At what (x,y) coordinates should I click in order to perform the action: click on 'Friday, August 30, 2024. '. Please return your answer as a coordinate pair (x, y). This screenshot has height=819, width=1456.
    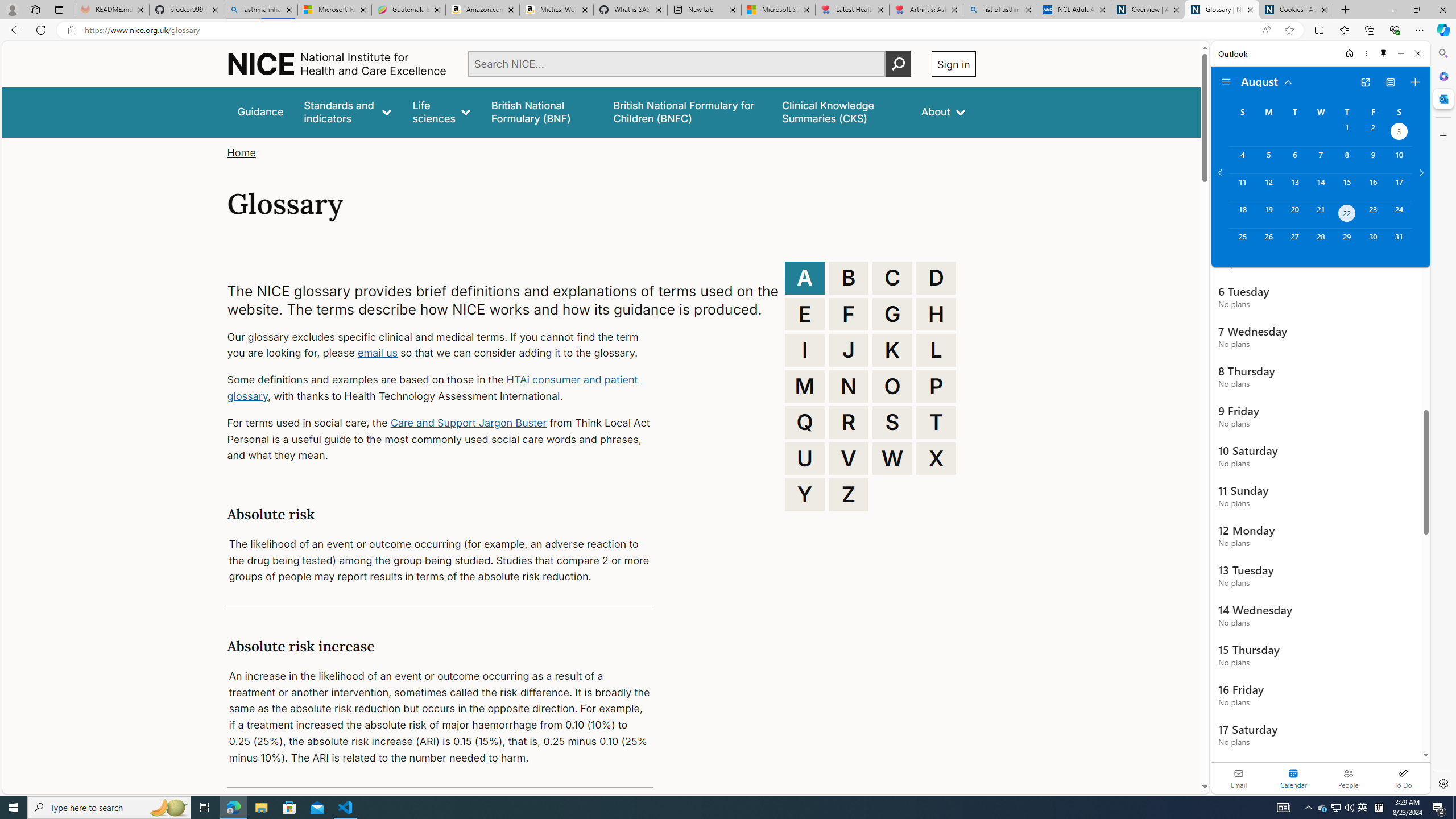
    Looking at the image, I should click on (1372, 242).